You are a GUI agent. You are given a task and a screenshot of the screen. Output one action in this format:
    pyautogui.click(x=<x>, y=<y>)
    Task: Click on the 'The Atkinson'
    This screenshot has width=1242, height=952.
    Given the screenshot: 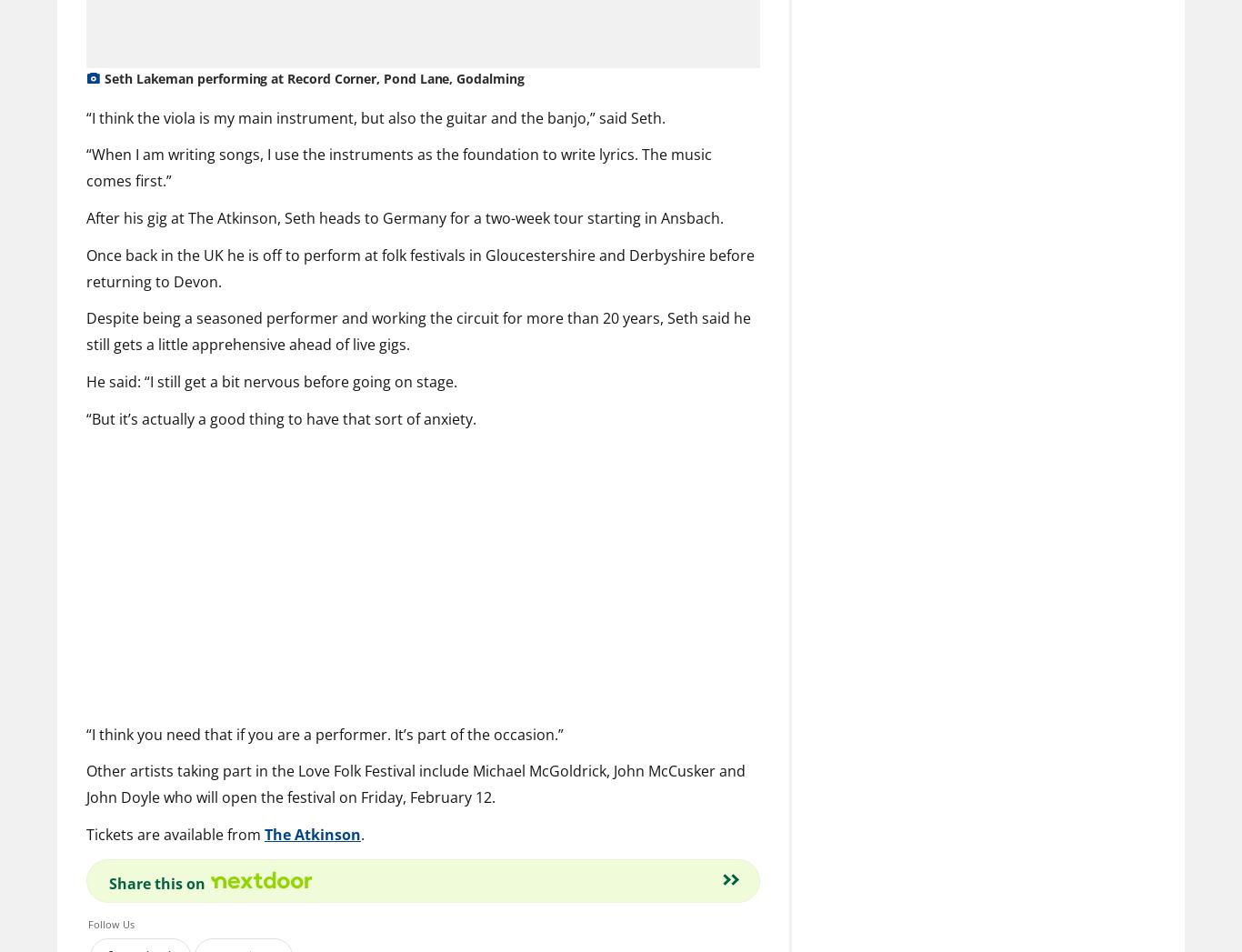 What is the action you would take?
    pyautogui.click(x=264, y=833)
    